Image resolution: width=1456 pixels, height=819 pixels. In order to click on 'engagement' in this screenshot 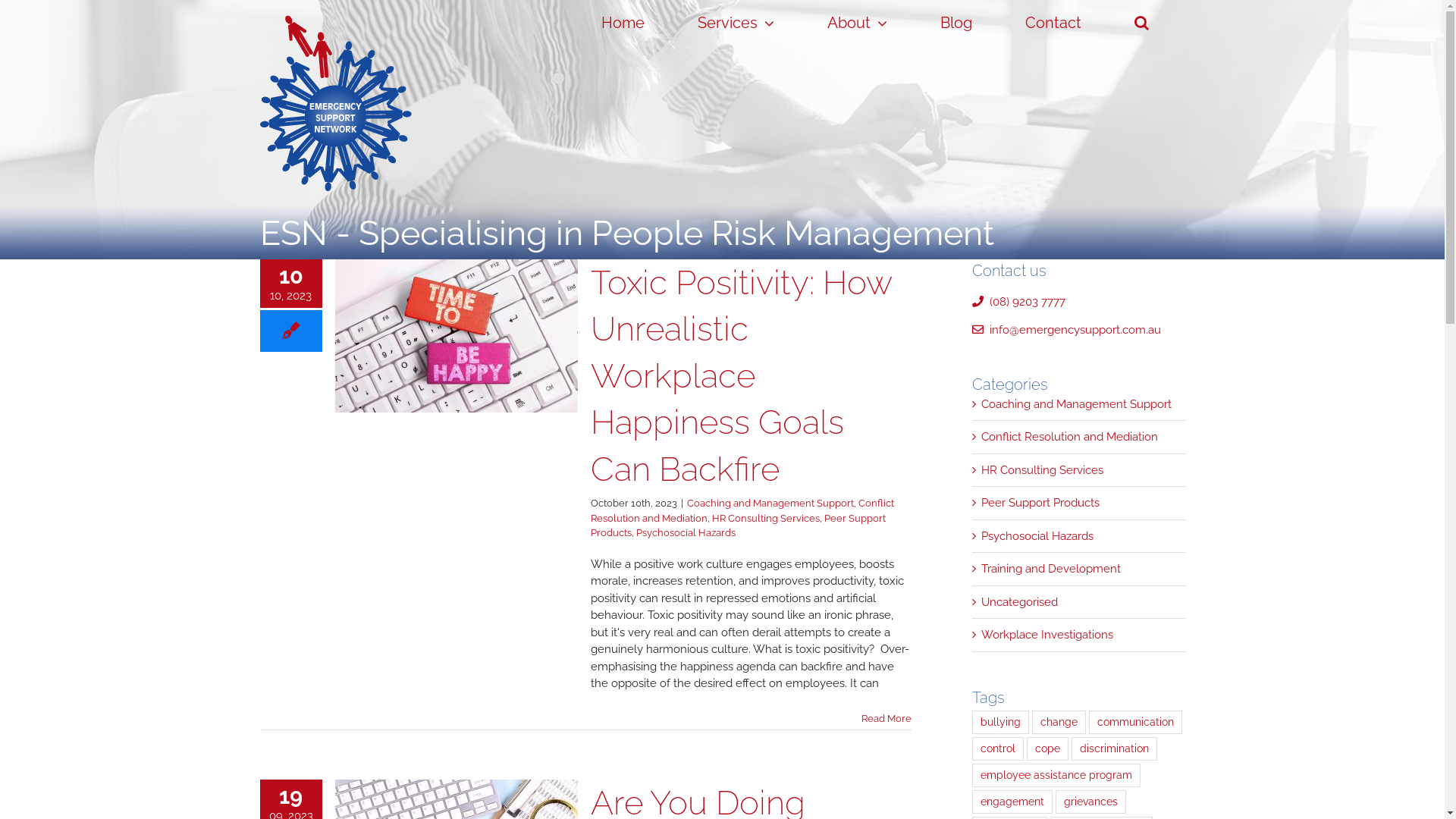, I will do `click(1012, 801)`.